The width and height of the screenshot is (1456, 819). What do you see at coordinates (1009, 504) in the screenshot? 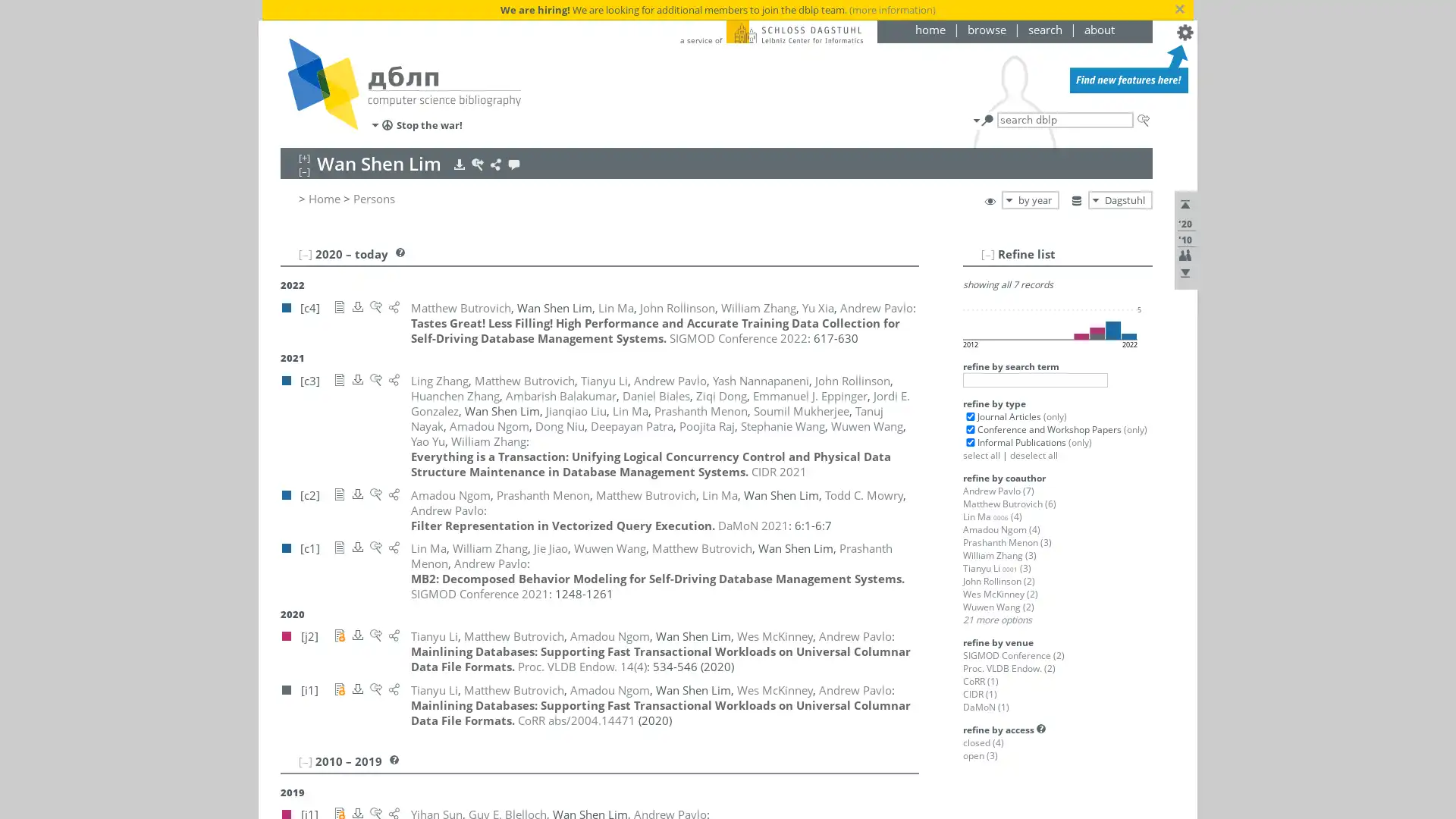
I see `Matthew Butrovich (6)` at bounding box center [1009, 504].